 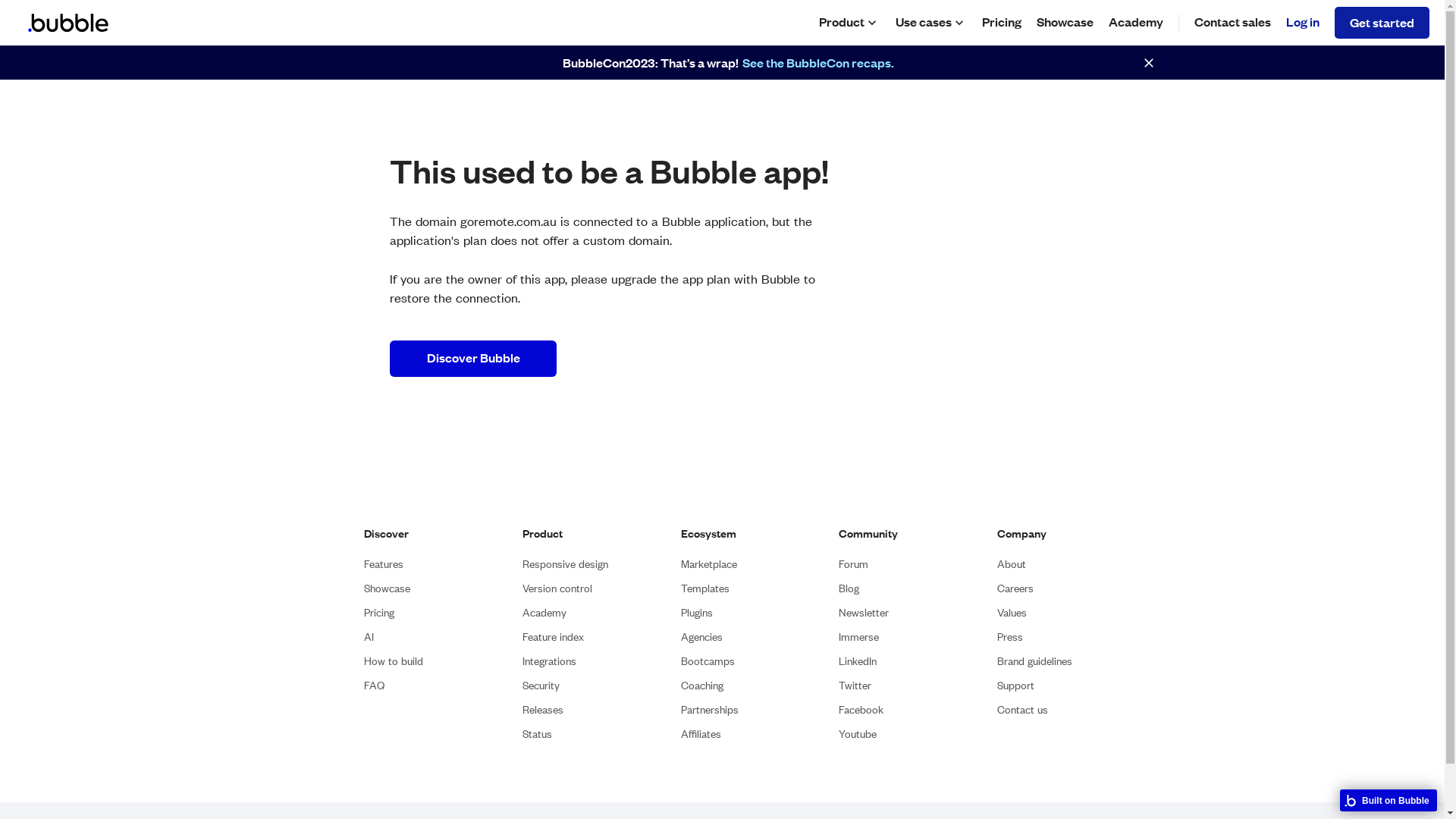 What do you see at coordinates (364, 636) in the screenshot?
I see `'AI'` at bounding box center [364, 636].